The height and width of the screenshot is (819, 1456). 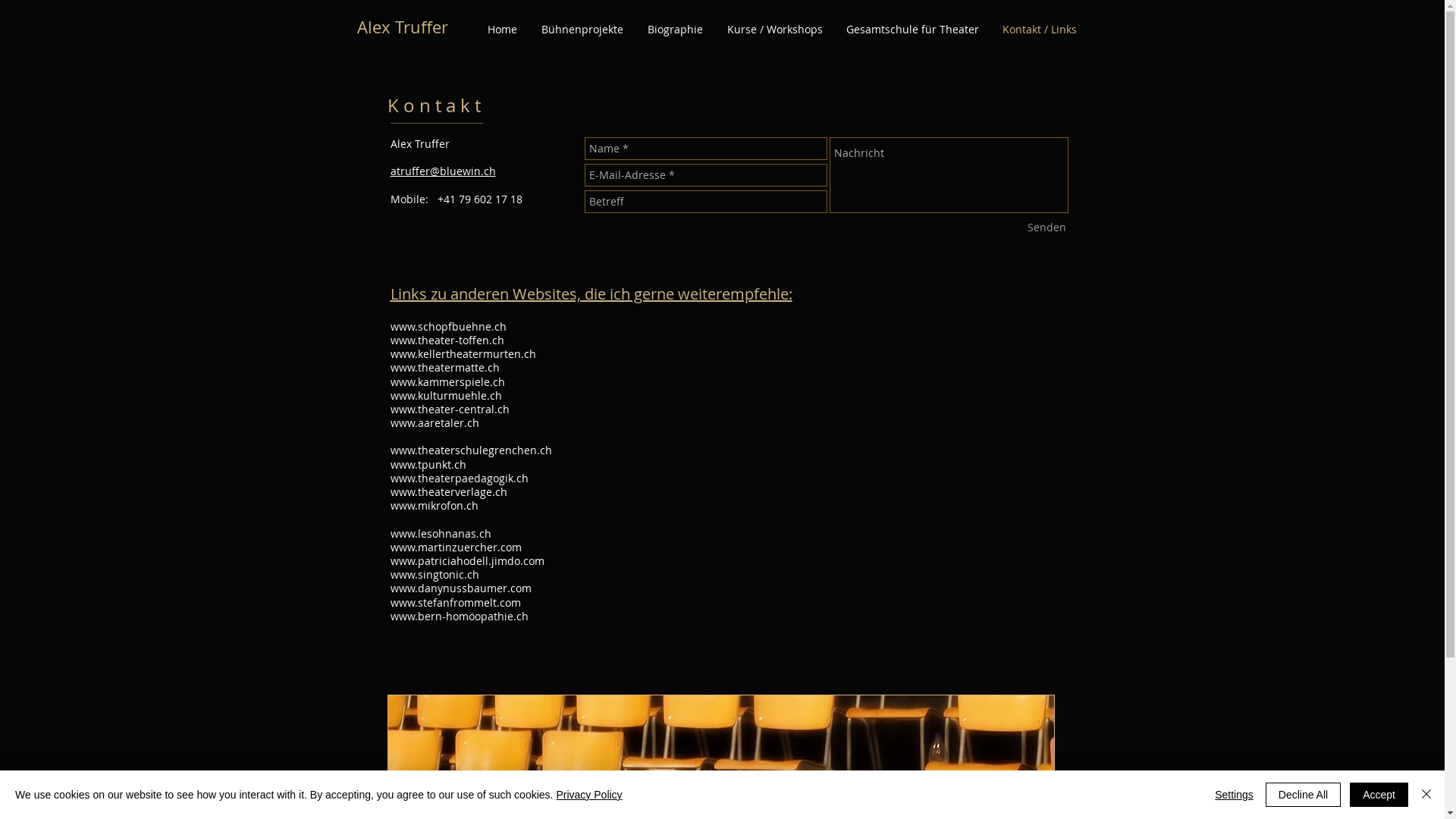 What do you see at coordinates (1379, 794) in the screenshot?
I see `'Accept'` at bounding box center [1379, 794].